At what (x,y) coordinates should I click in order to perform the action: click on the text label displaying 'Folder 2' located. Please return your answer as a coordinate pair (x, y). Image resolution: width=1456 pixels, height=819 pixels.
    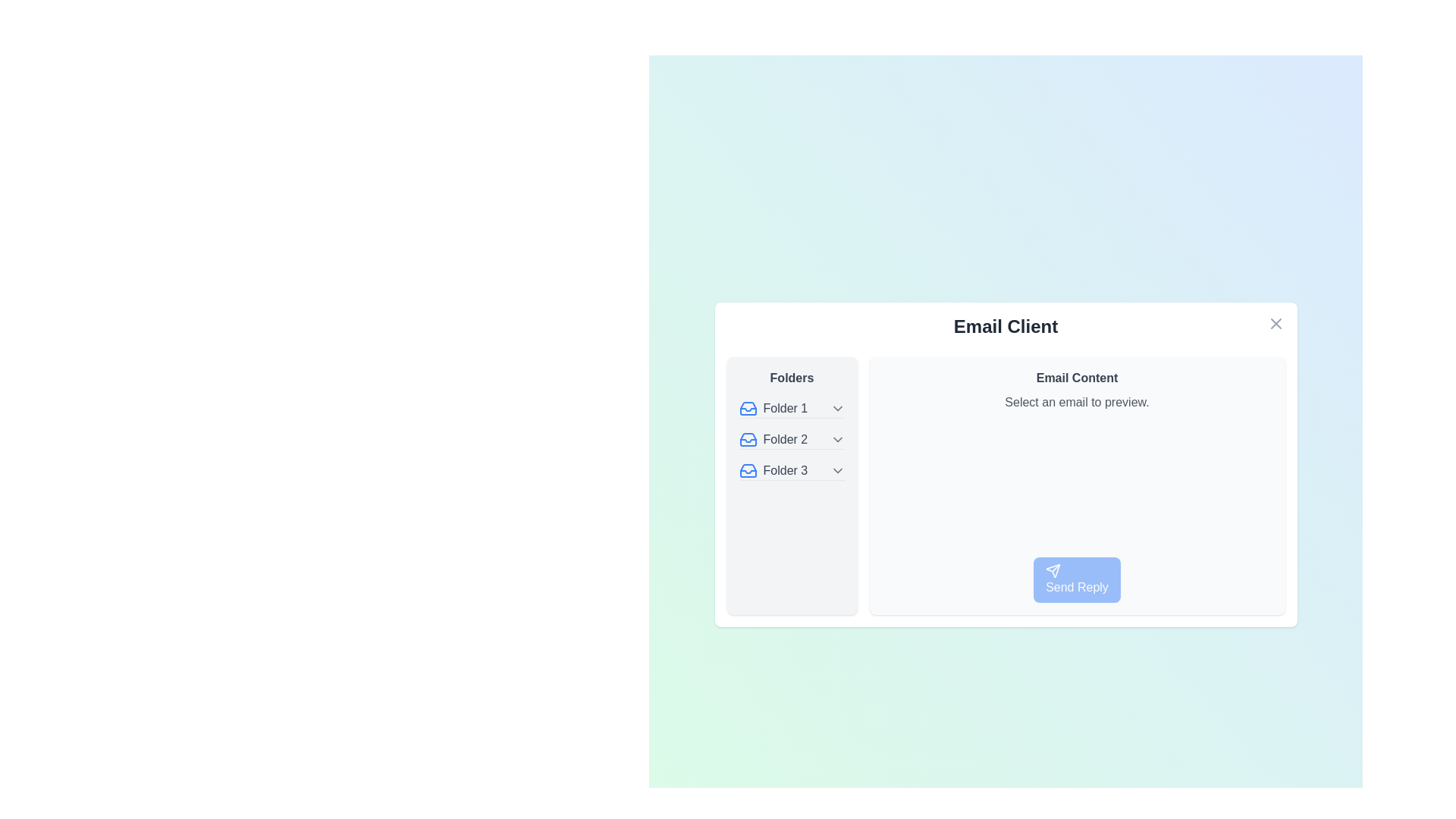
    Looking at the image, I should click on (785, 439).